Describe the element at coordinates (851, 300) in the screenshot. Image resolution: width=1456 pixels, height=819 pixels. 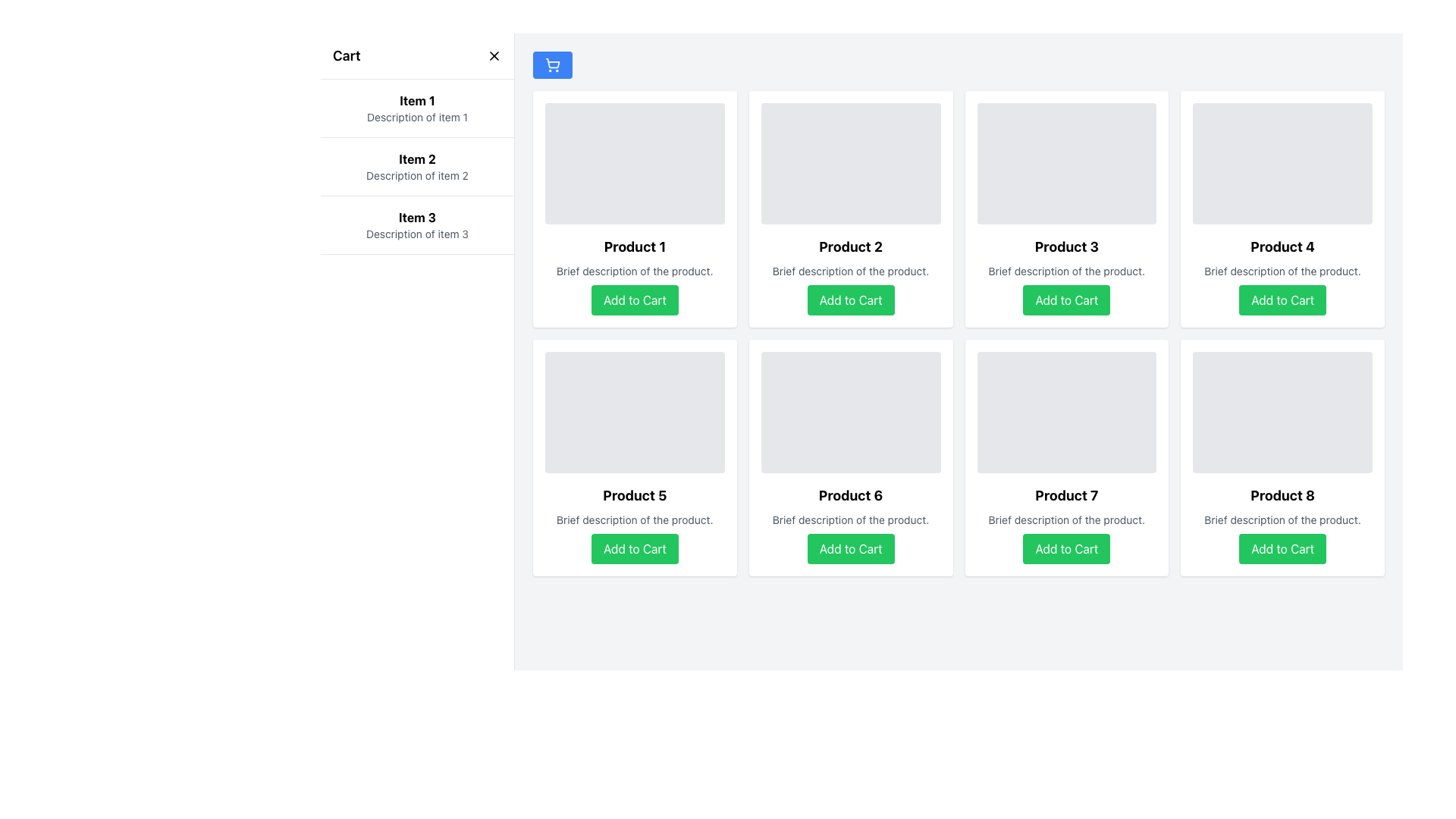
I see `the 'Add to Cart' button with a green background and white text located at the bottom of the card for 'Product 2' in the top row, second column of the grid layout` at that location.